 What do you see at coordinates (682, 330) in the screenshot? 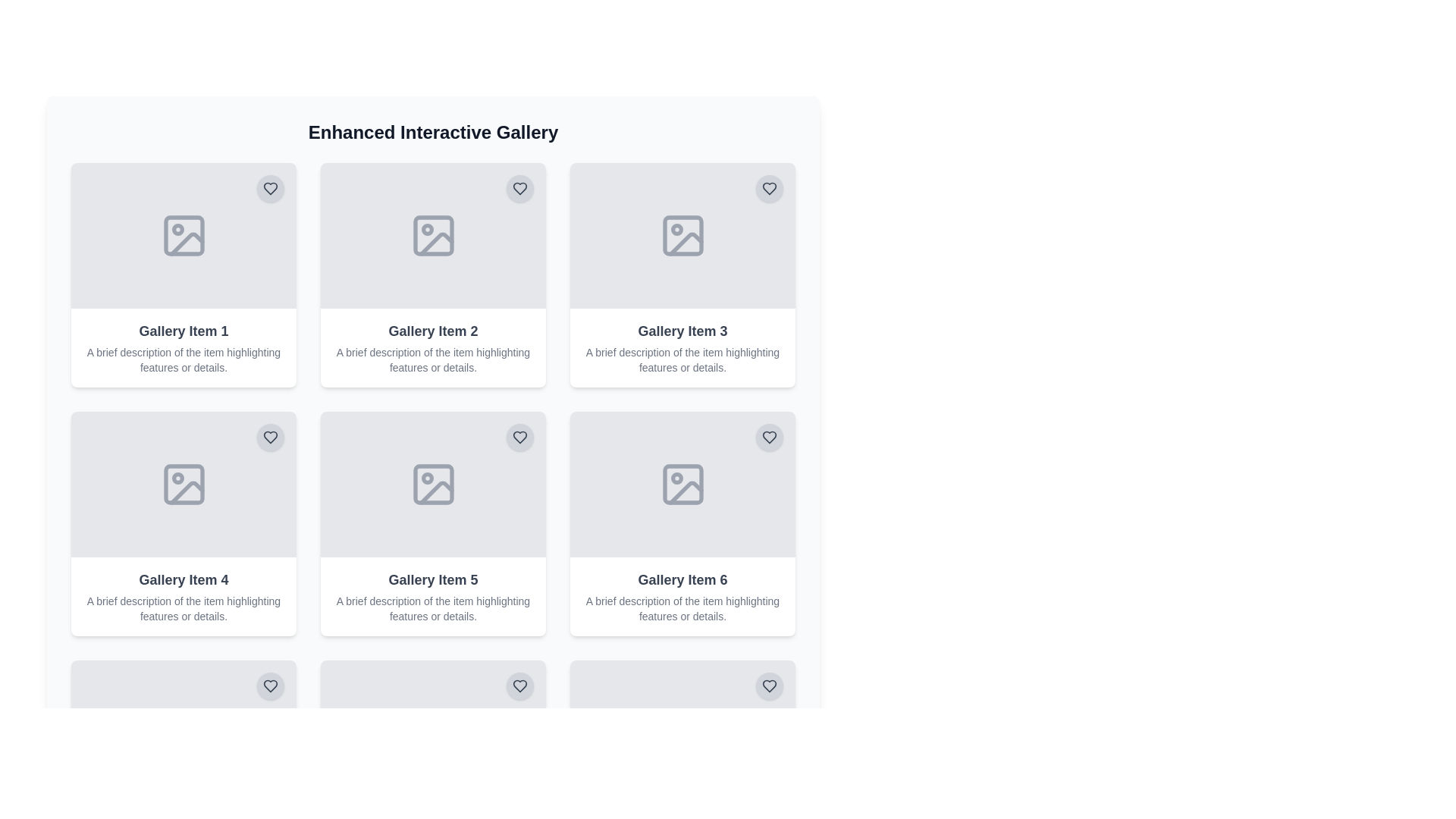
I see `text displayed in the title label of the third gallery item, located in the center of the UI above the descriptive text and below the image placeholder` at bounding box center [682, 330].